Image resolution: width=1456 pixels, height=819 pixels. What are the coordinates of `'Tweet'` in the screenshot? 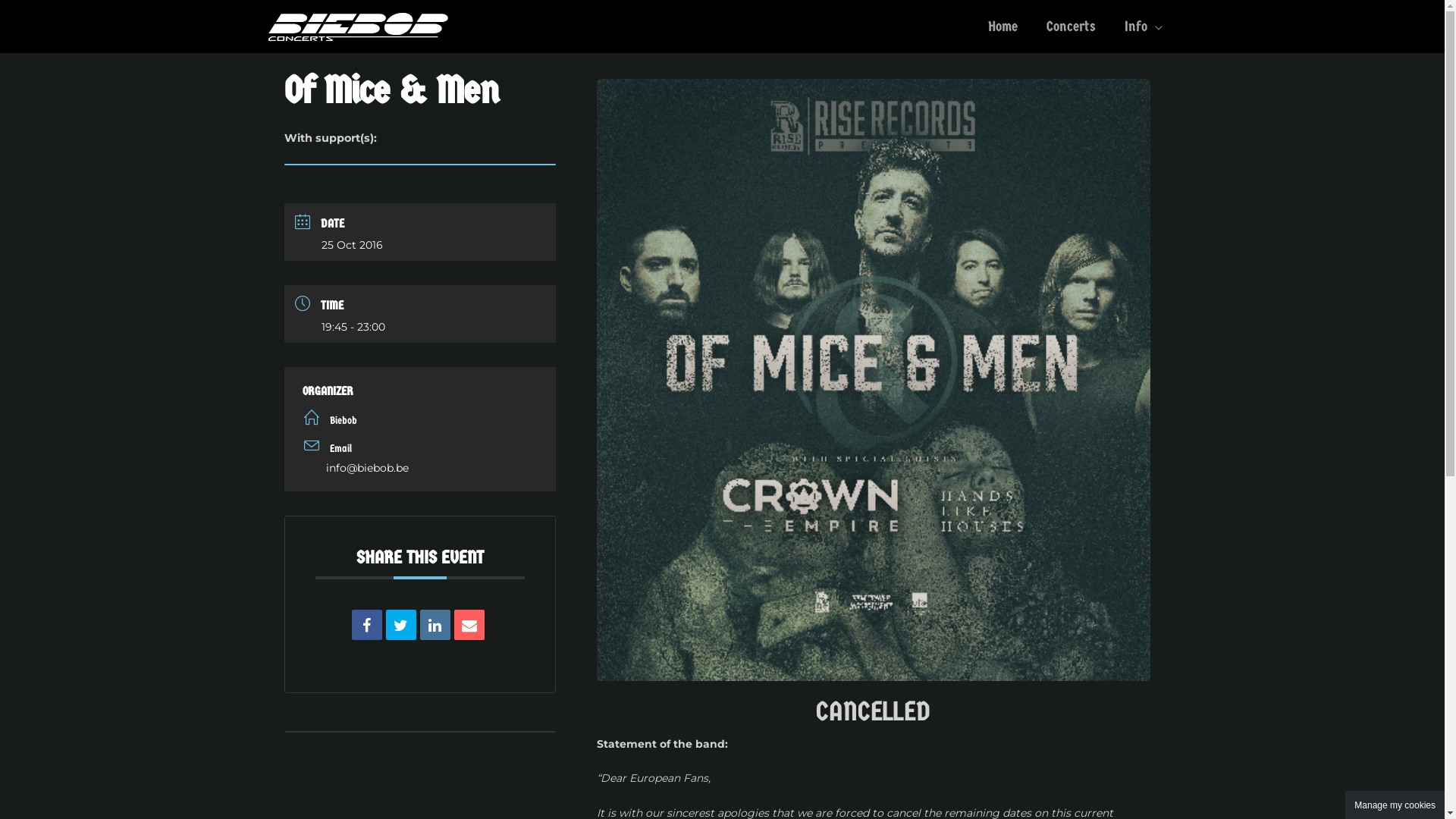 It's located at (400, 625).